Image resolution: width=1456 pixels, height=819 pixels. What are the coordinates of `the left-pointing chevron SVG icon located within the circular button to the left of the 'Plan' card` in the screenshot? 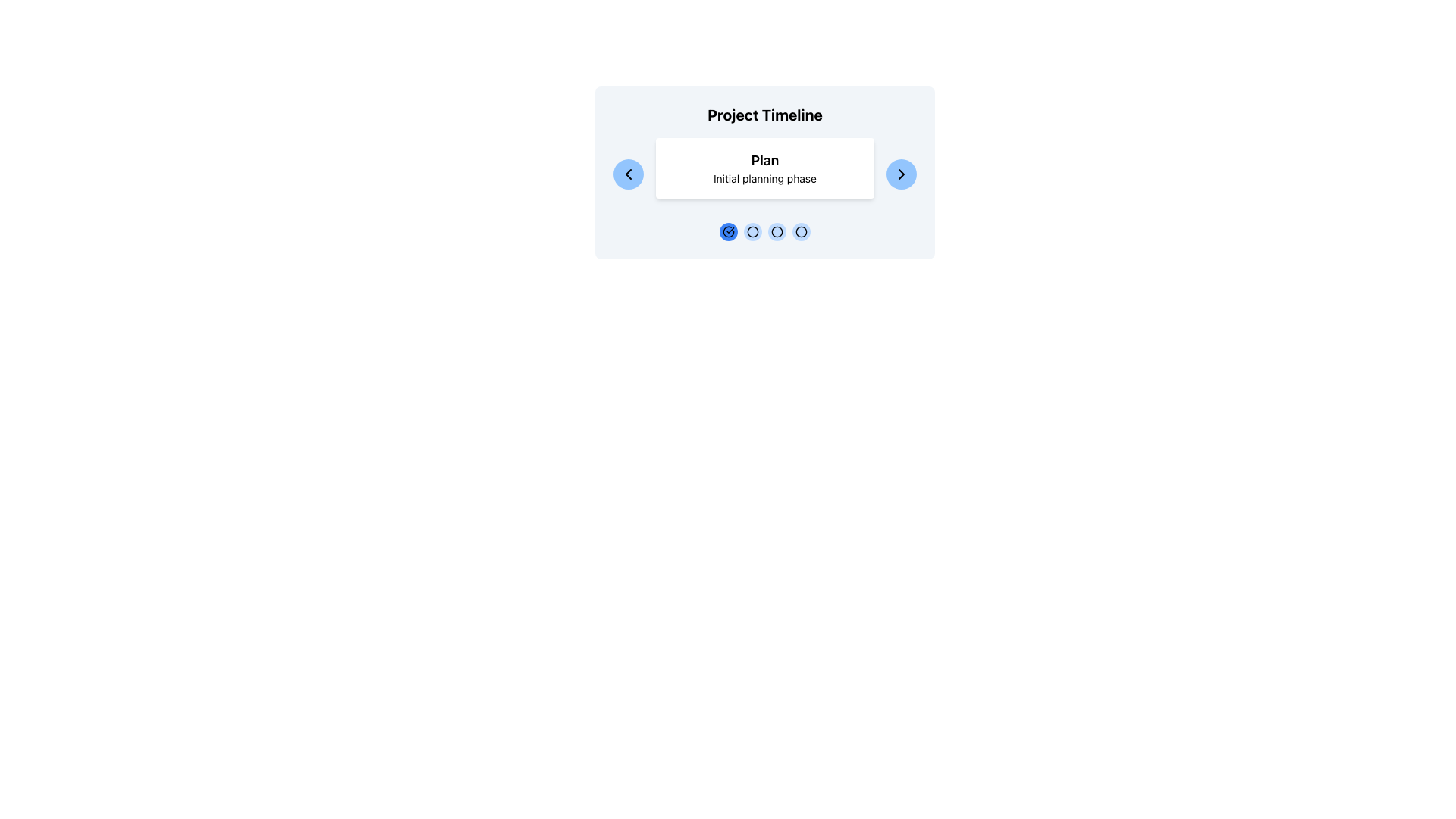 It's located at (629, 174).